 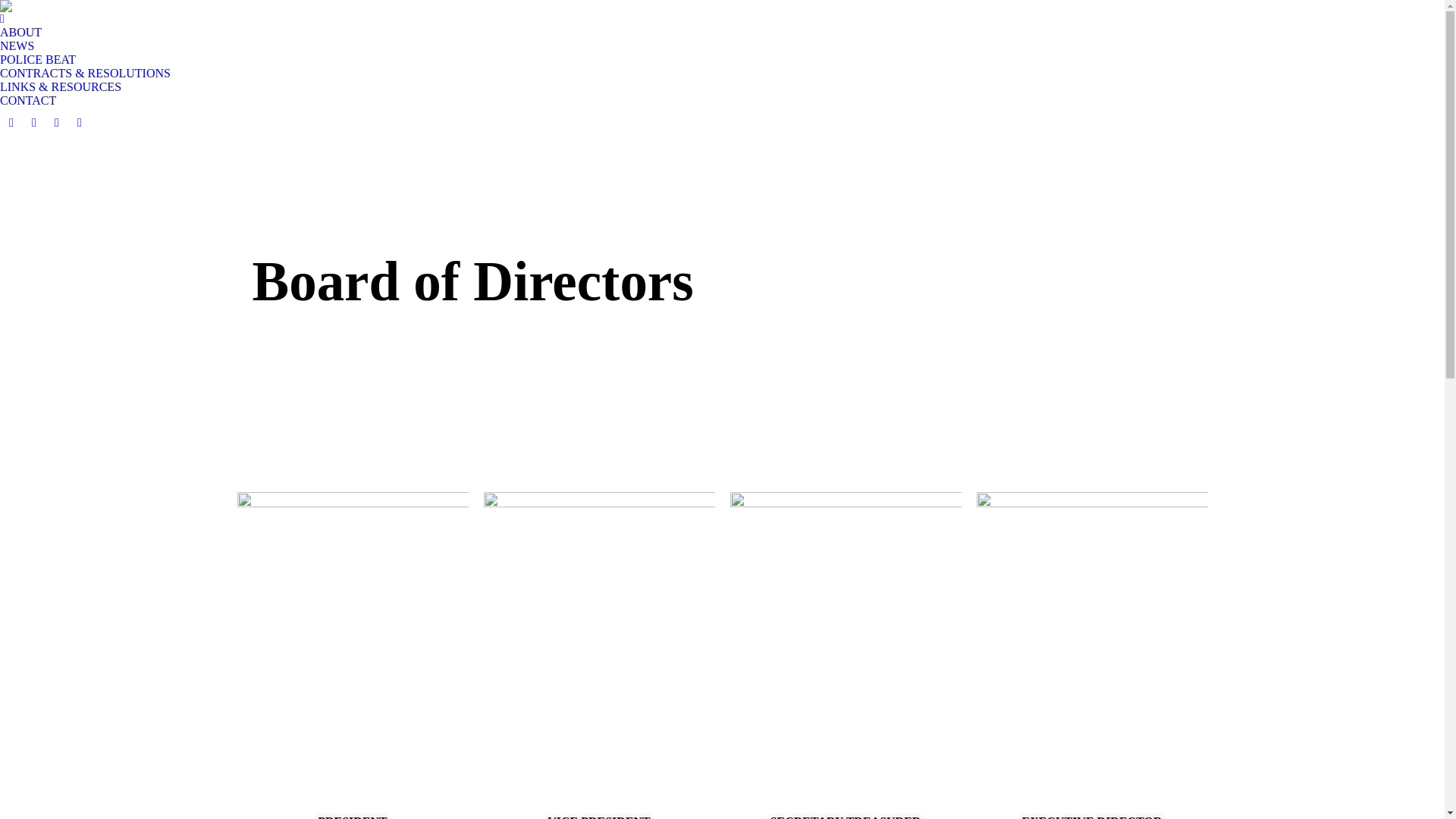 What do you see at coordinates (79, 122) in the screenshot?
I see `'Instagram page opens in new window'` at bounding box center [79, 122].